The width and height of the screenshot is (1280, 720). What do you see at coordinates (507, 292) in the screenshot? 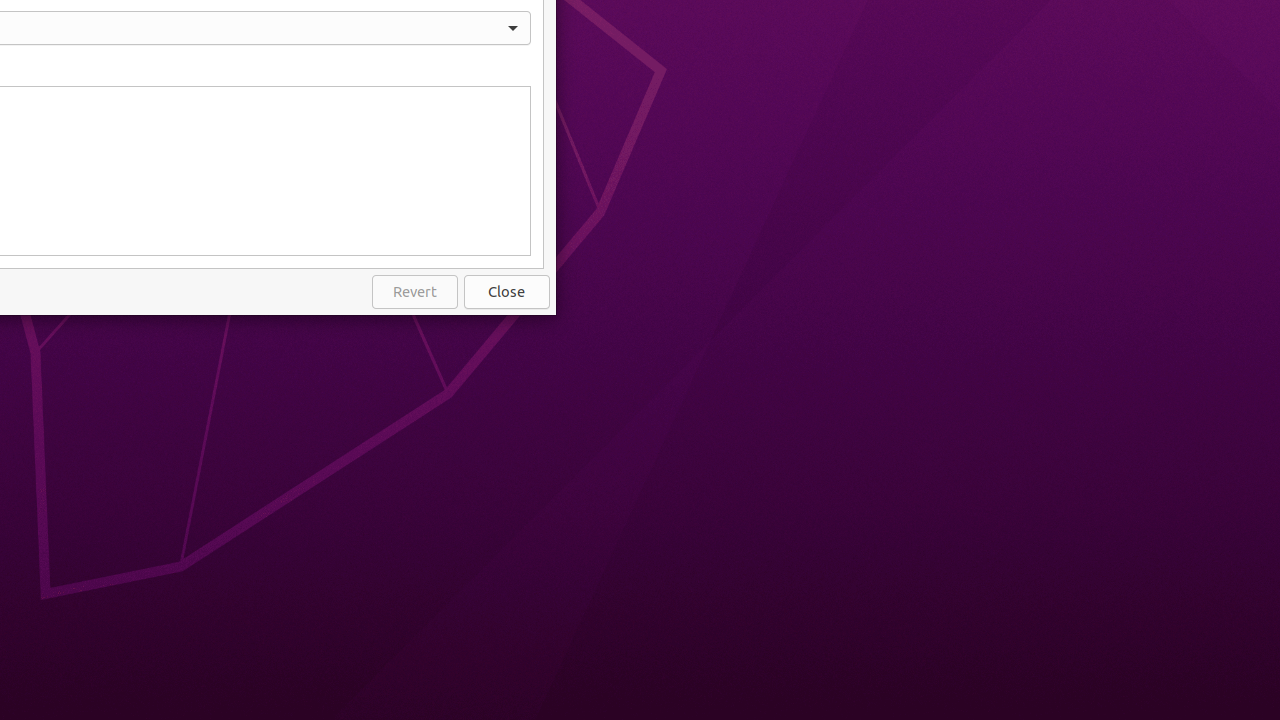
I see `'Close'` at bounding box center [507, 292].